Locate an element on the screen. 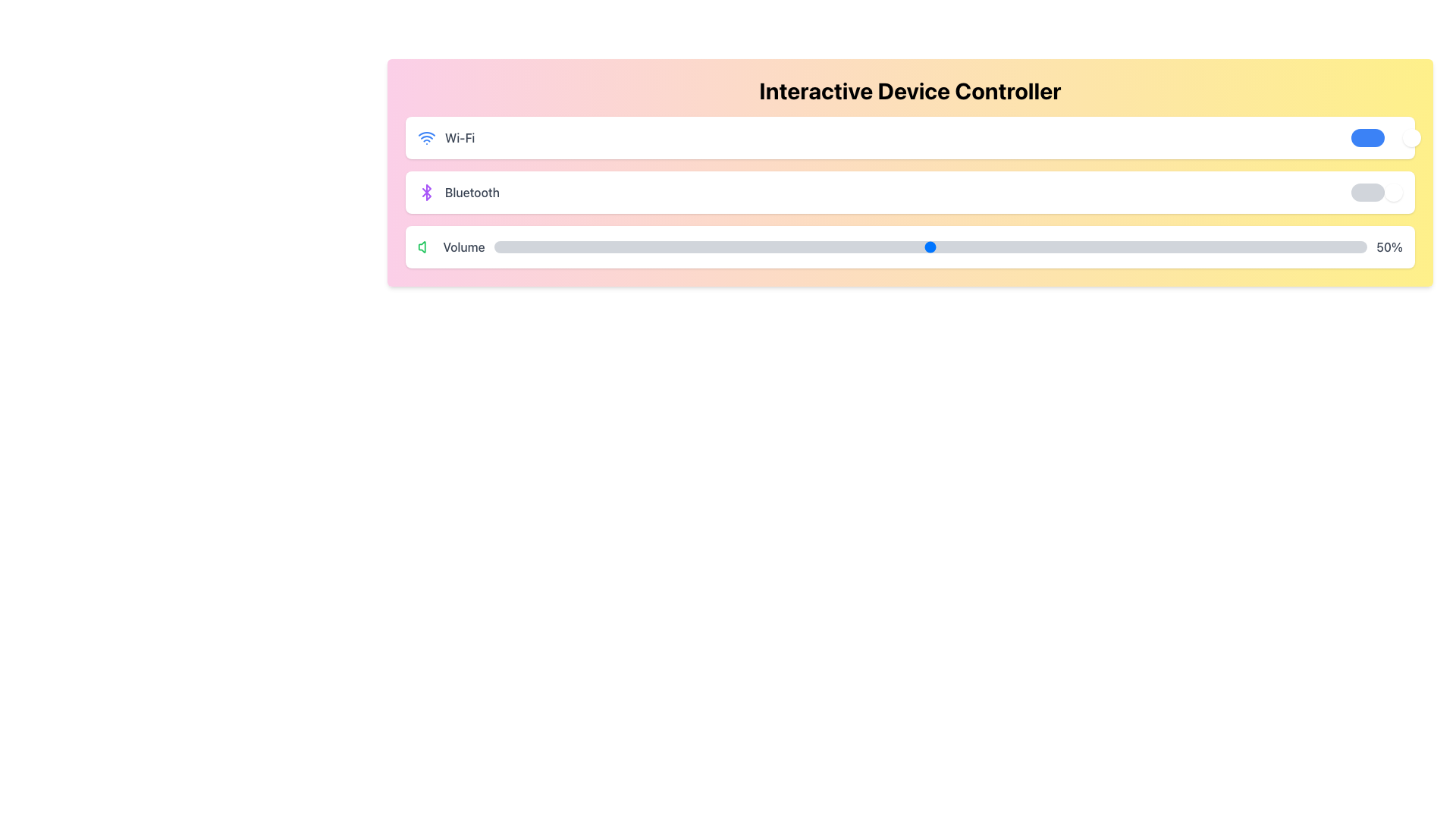  the Bluetooth icon located in the second row of the interface, immediately to the left of the 'Bluetooth' label text is located at coordinates (425, 192).